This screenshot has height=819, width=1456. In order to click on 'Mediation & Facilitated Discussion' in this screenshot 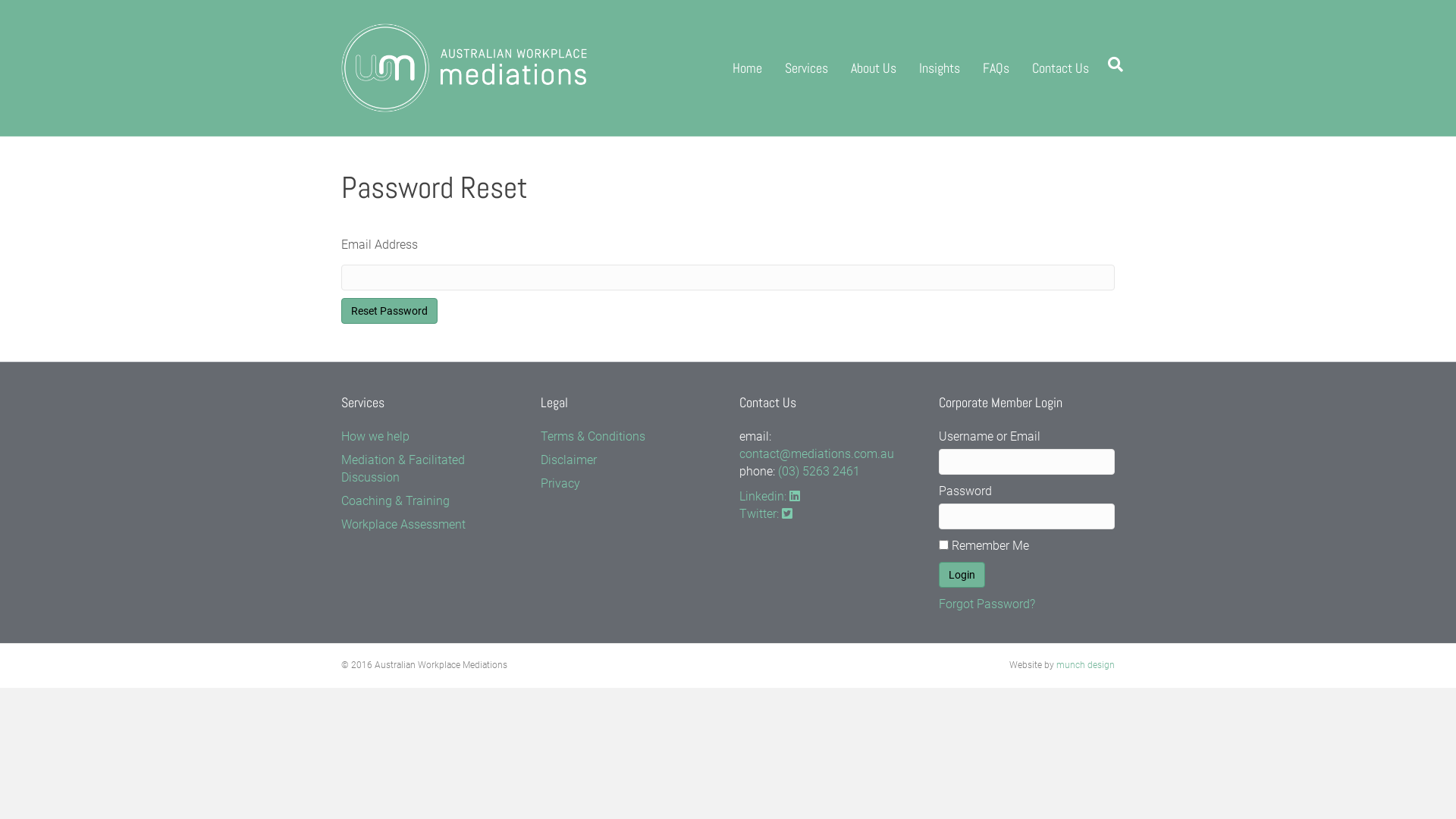, I will do `click(403, 467)`.